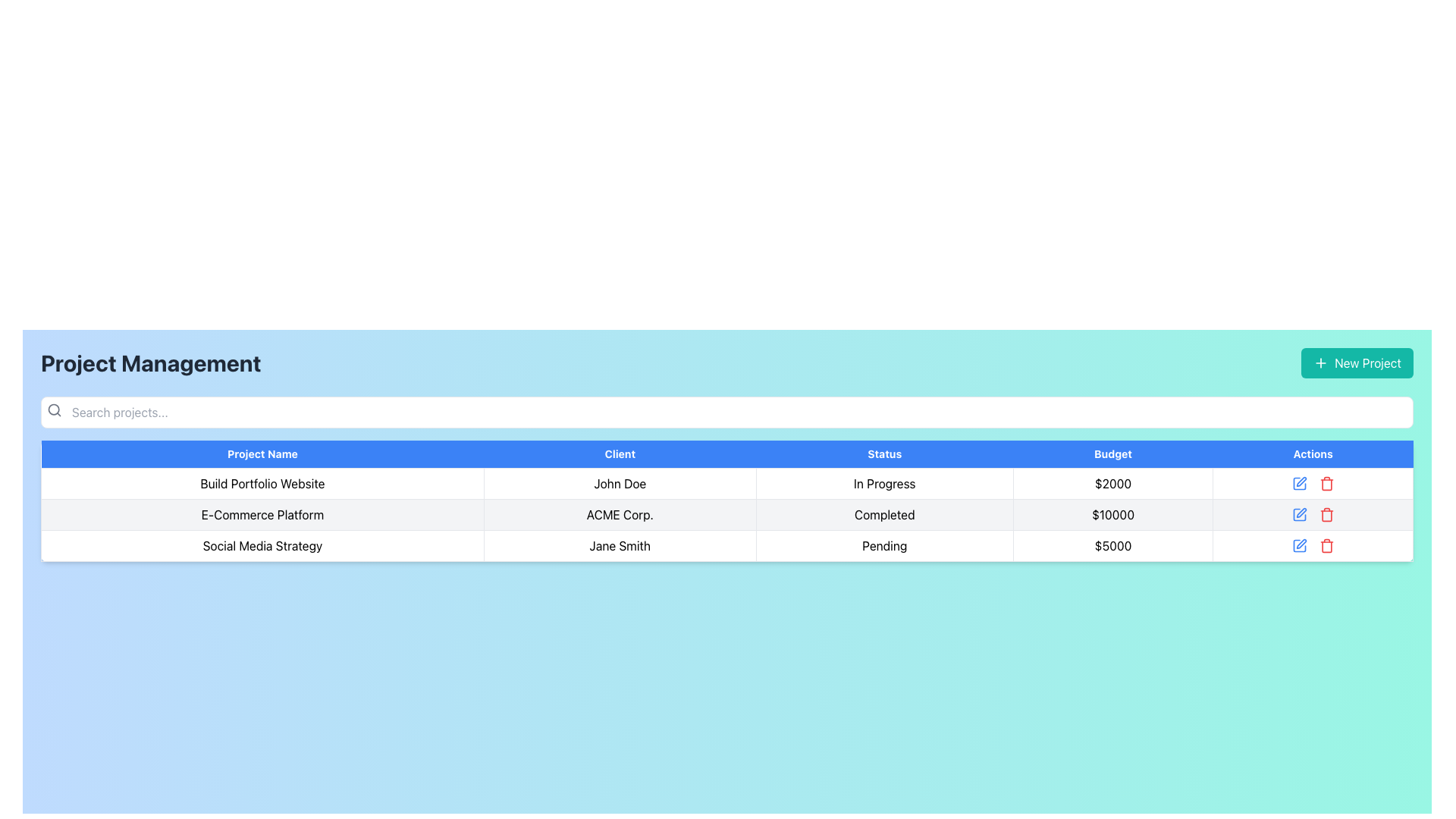 This screenshot has width=1456, height=819. I want to click on the edit icon button, which resembles a square with a pencil overlay, located in the Actions column of the data table, so click(1298, 483).